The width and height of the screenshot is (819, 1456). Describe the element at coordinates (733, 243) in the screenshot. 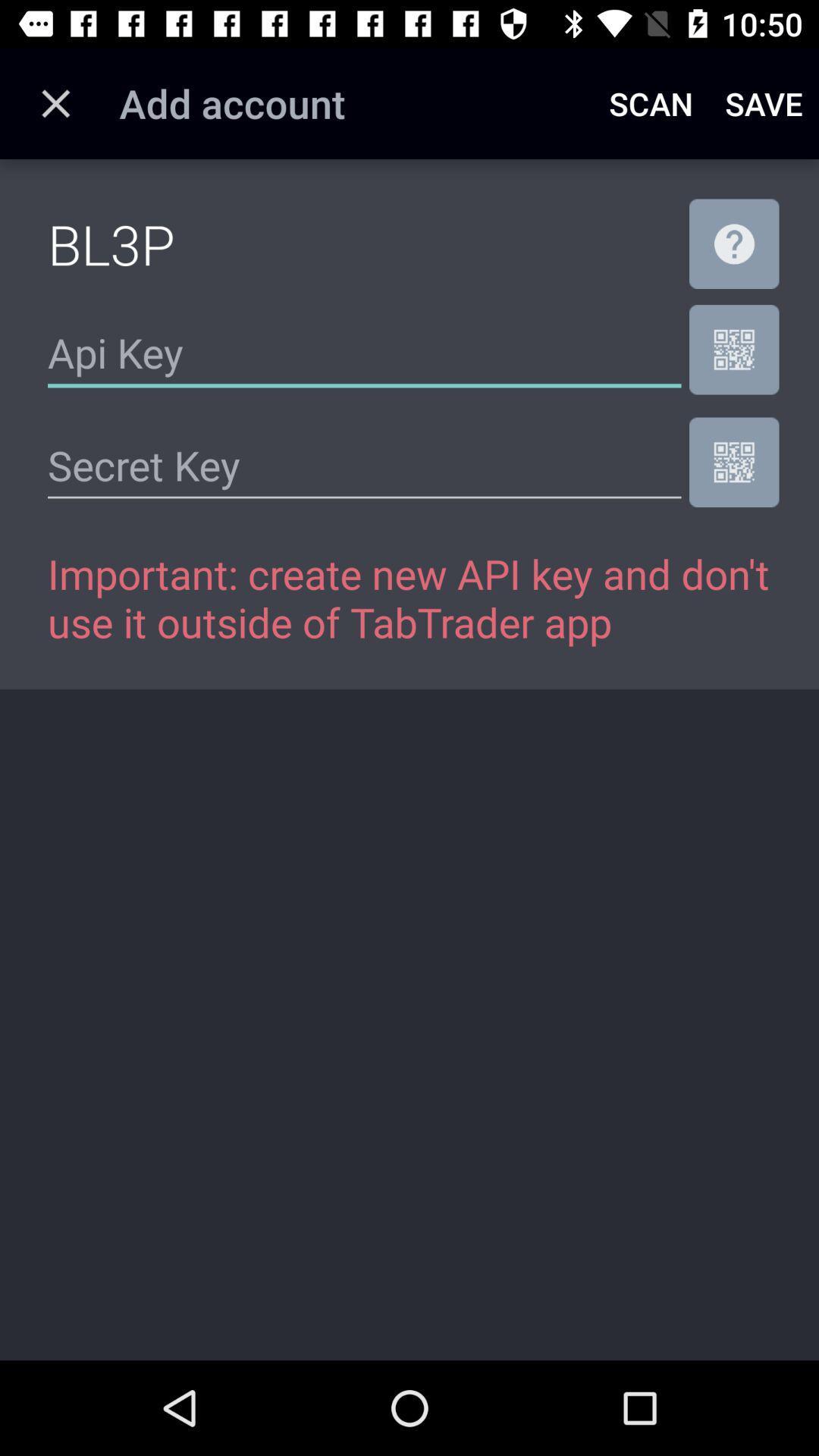

I see `the help icon` at that location.